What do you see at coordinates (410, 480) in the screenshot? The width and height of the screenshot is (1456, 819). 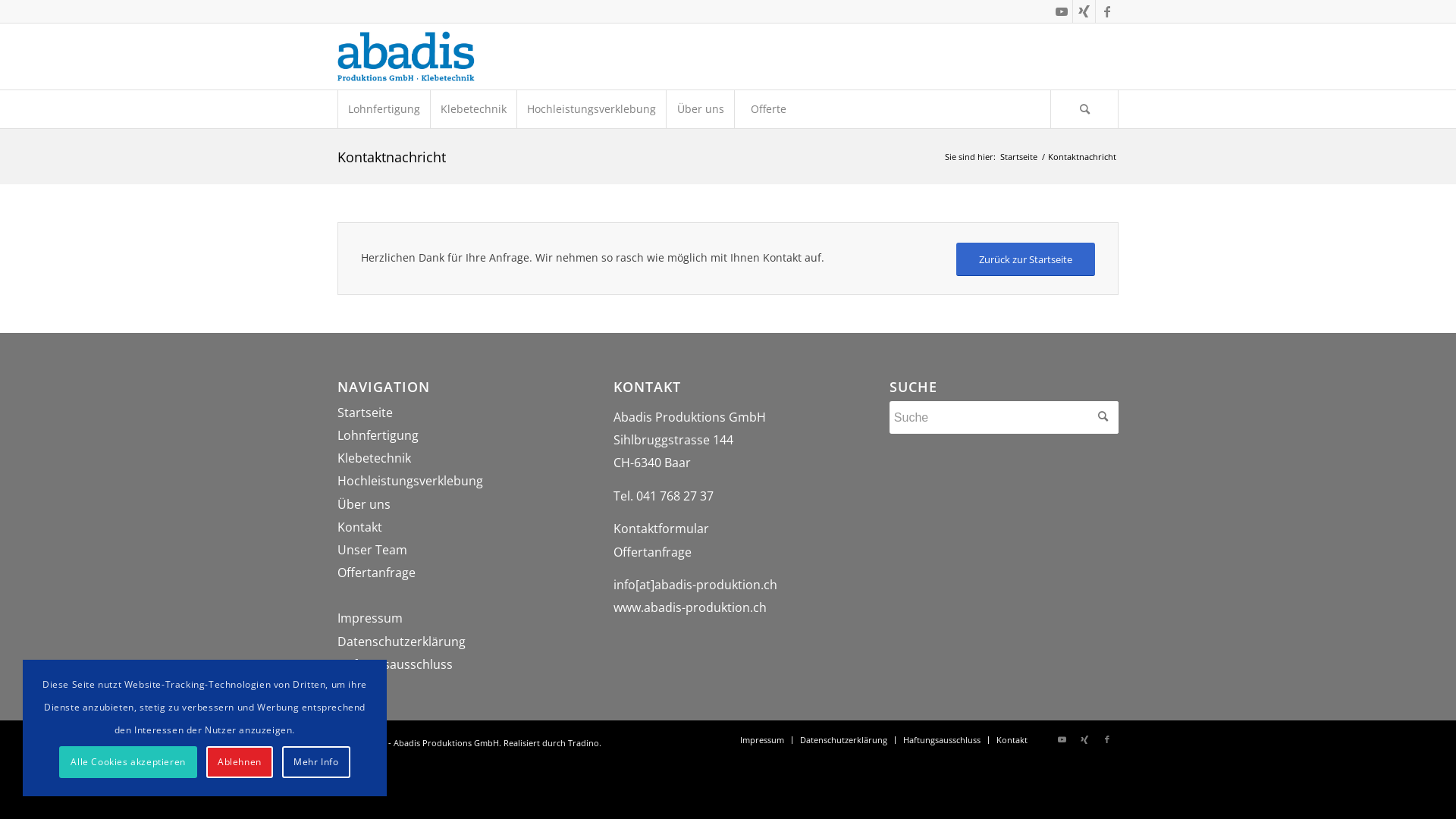 I see `'Hochleistungsverklebung'` at bounding box center [410, 480].